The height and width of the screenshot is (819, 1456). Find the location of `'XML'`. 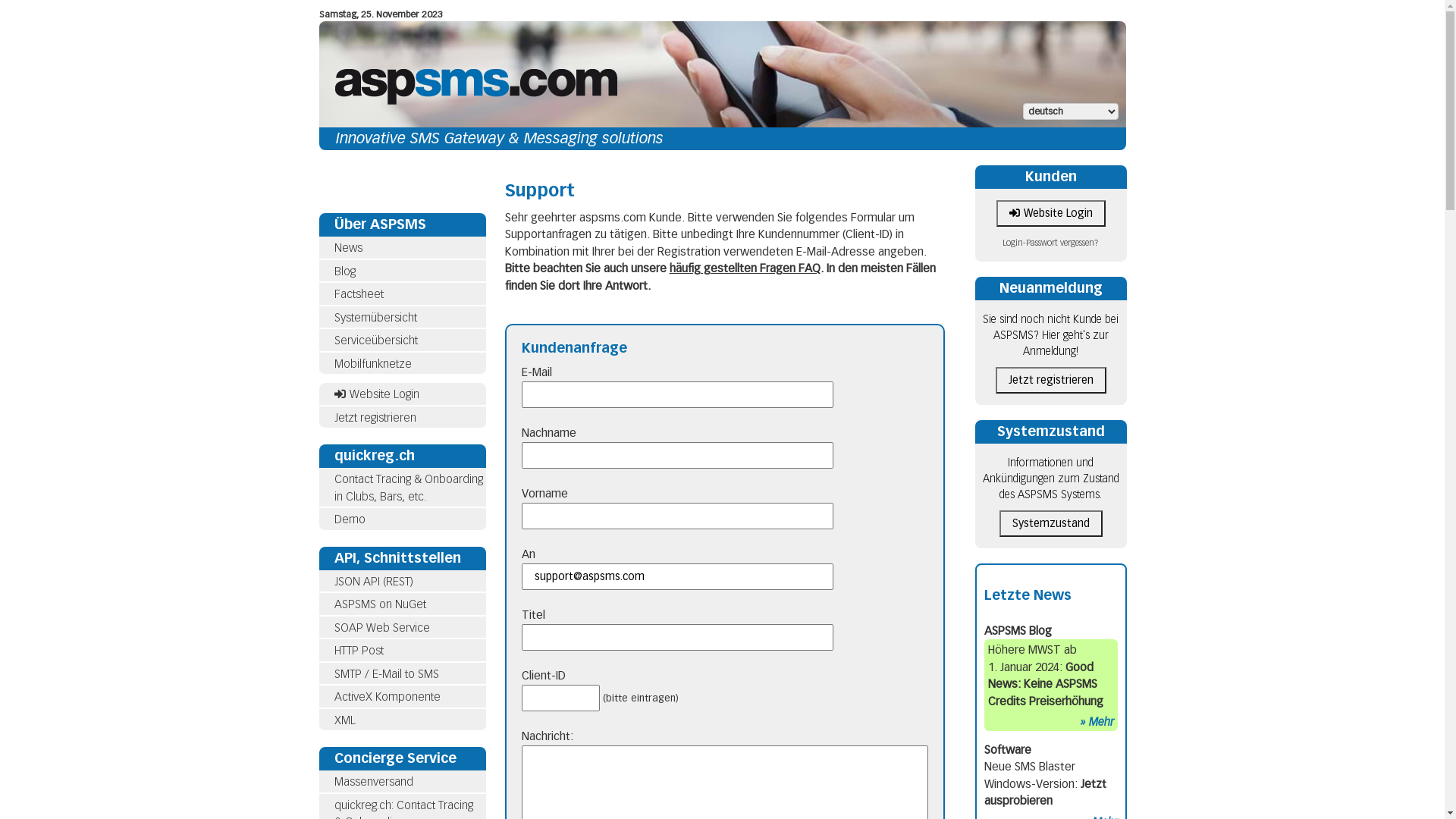

'XML' is located at coordinates (344, 718).